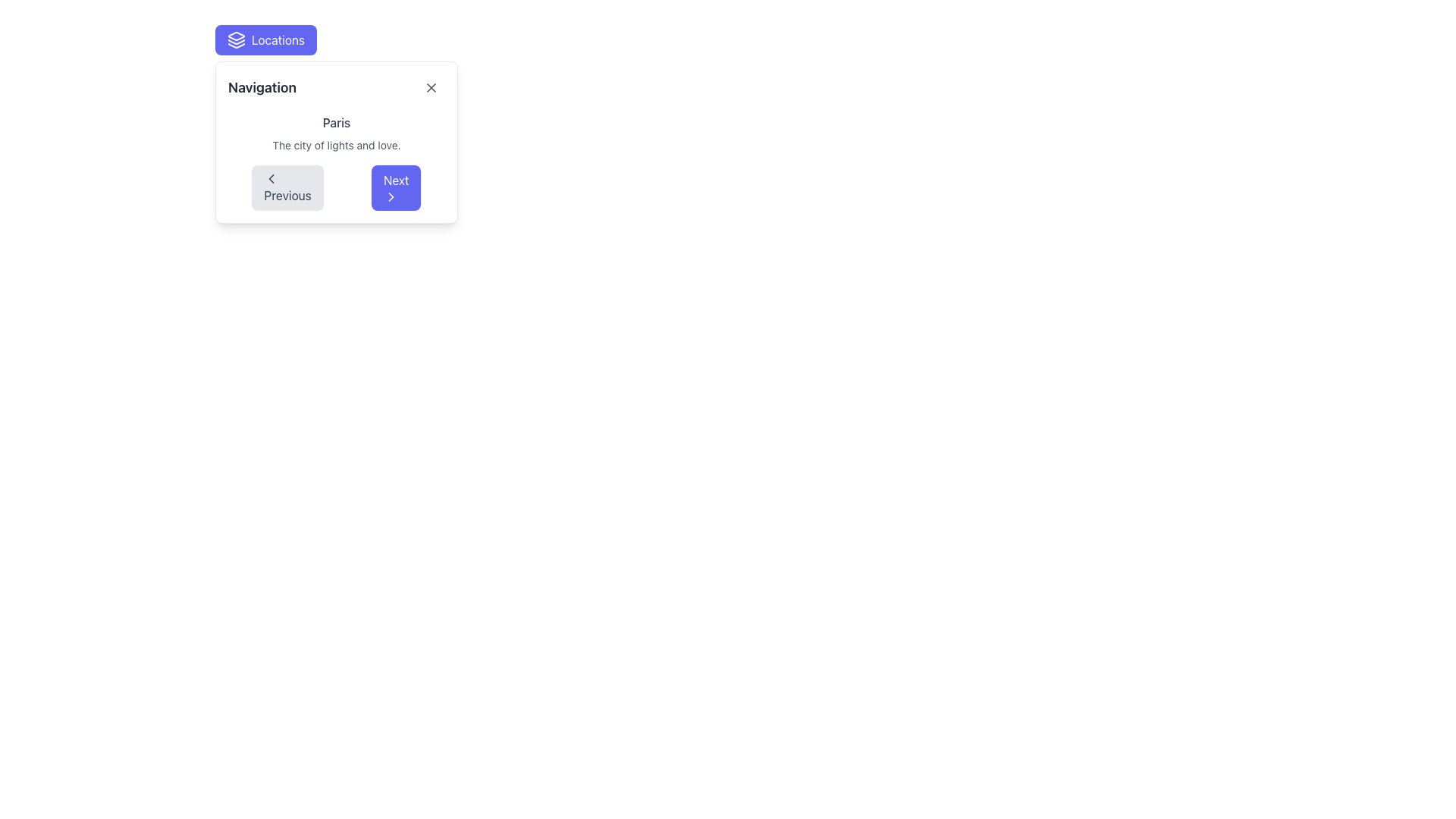 Image resolution: width=1456 pixels, height=819 pixels. Describe the element at coordinates (391, 196) in the screenshot. I see `the decorative SVG icon within the 'Next' button located in the lower-right of the 'Navigation' panel` at that location.